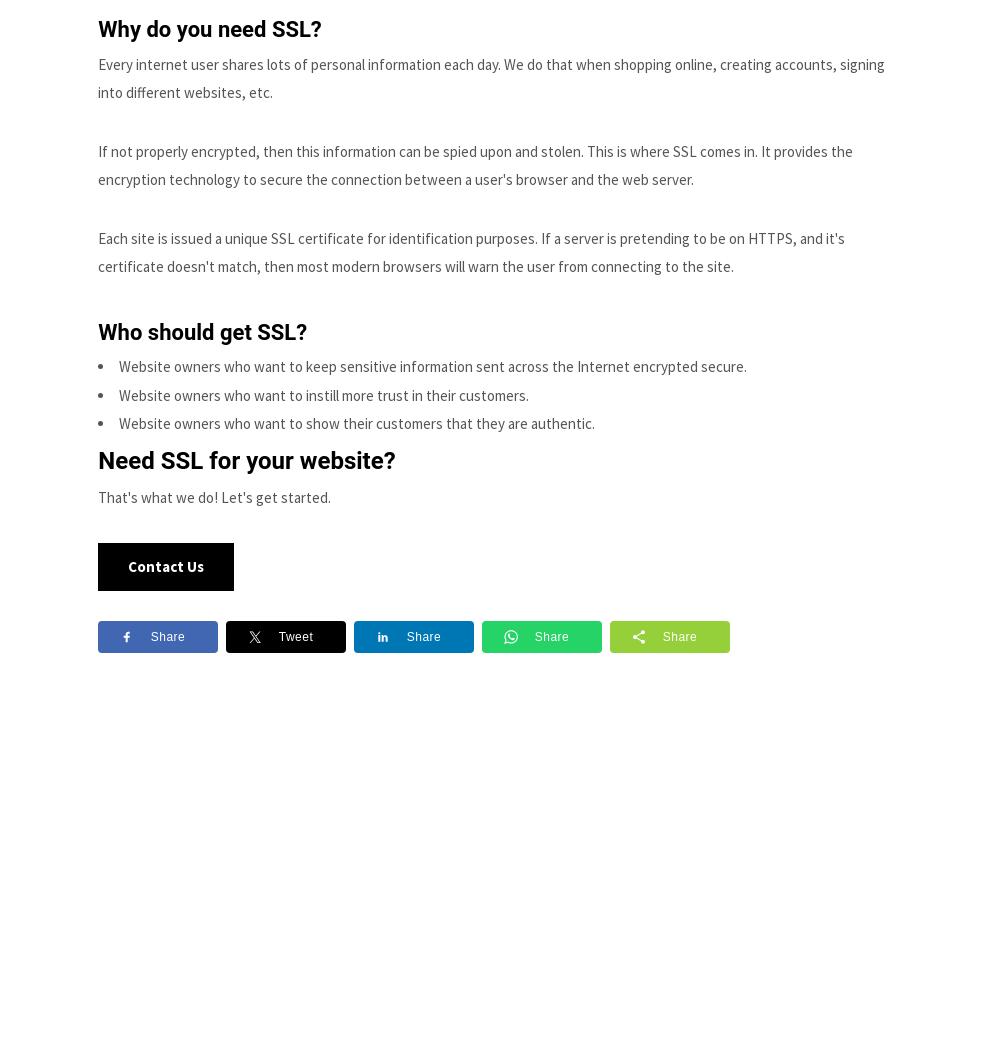 This screenshot has width=1000, height=1042. Describe the element at coordinates (356, 422) in the screenshot. I see `'Website owners who want to show their customers that they are authentic.'` at that location.